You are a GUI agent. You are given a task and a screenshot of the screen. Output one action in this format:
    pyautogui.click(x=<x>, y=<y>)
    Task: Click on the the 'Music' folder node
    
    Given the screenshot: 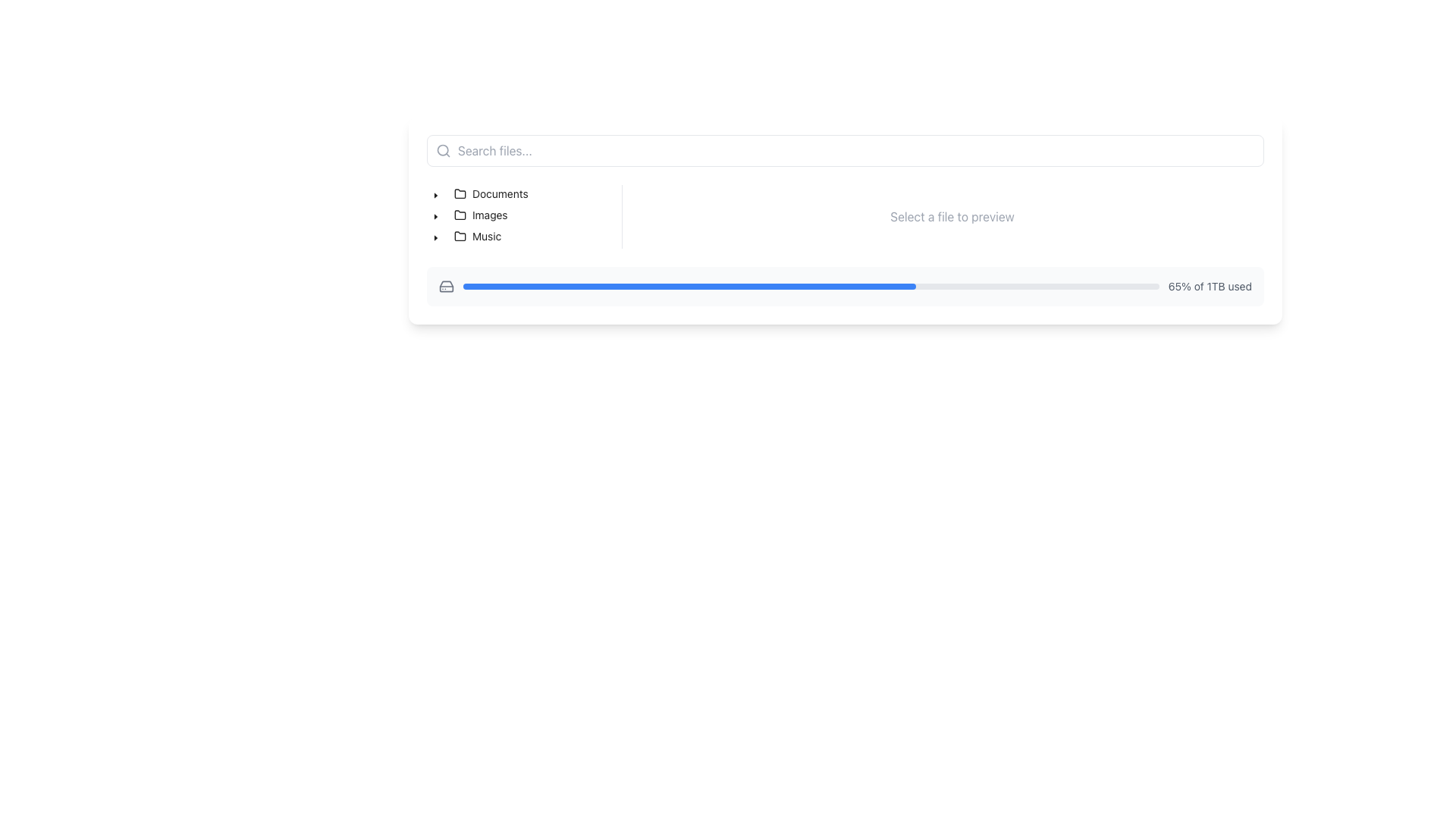 What is the action you would take?
    pyautogui.click(x=477, y=237)
    